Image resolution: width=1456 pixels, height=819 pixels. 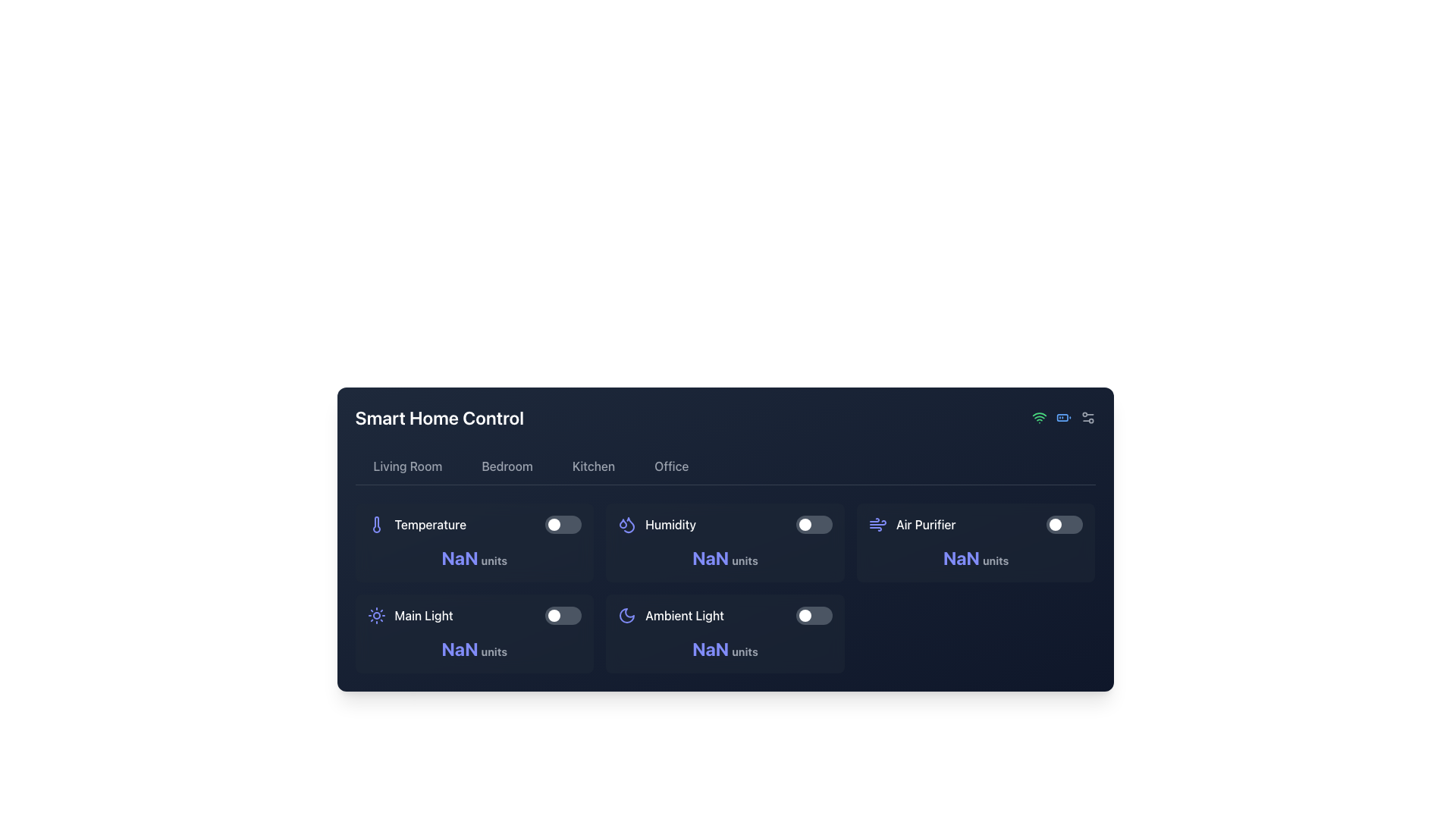 What do you see at coordinates (724, 558) in the screenshot?
I see `displayed text 'NaNunits' from the Text and value display component located in the lower section of the 'Humidity' card in the smart home control interface` at bounding box center [724, 558].